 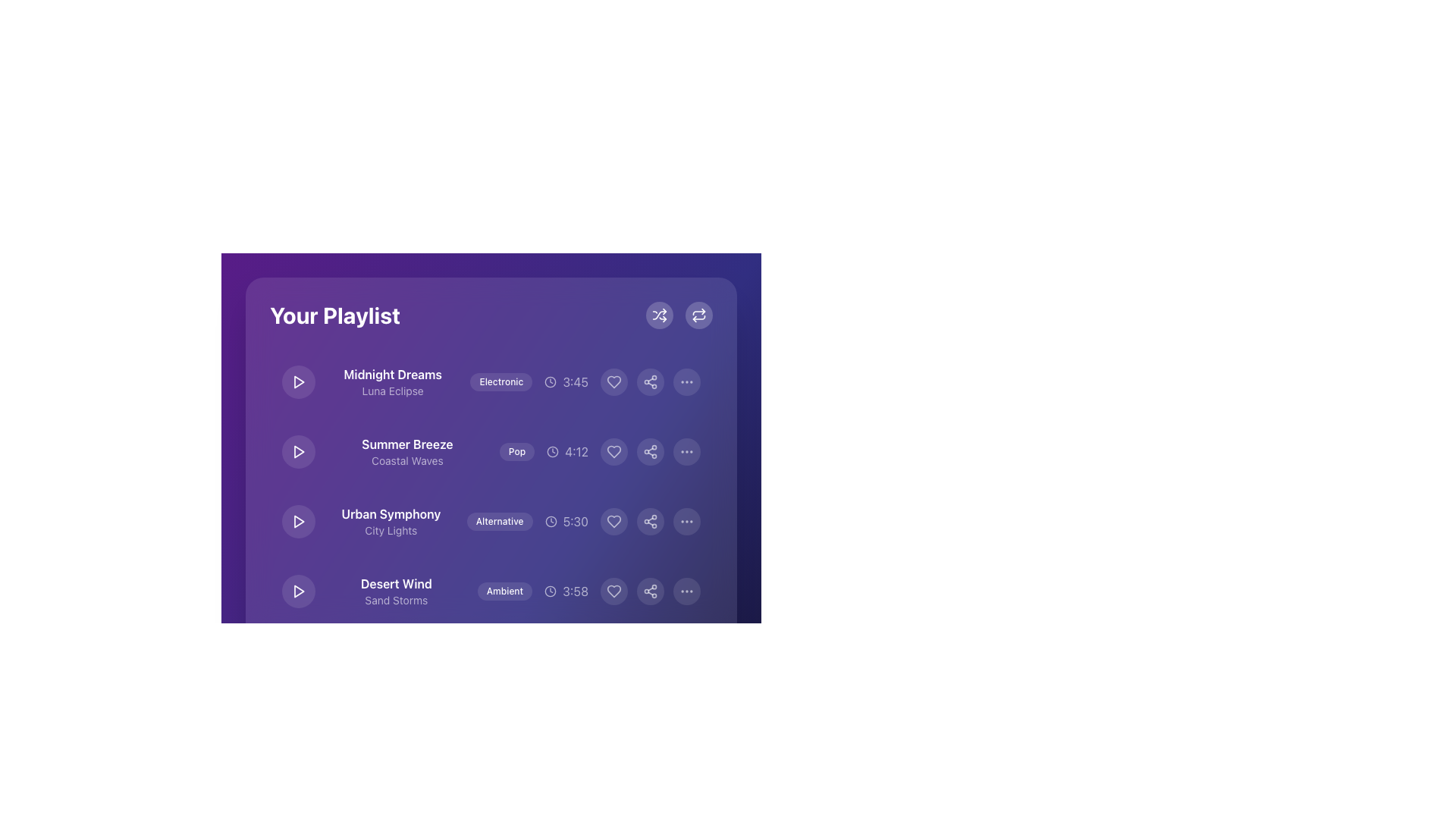 What do you see at coordinates (686, 451) in the screenshot?
I see `the ellipsis icon located at the rightmost position of the control icons for the 'Summer Breeze' playlist` at bounding box center [686, 451].